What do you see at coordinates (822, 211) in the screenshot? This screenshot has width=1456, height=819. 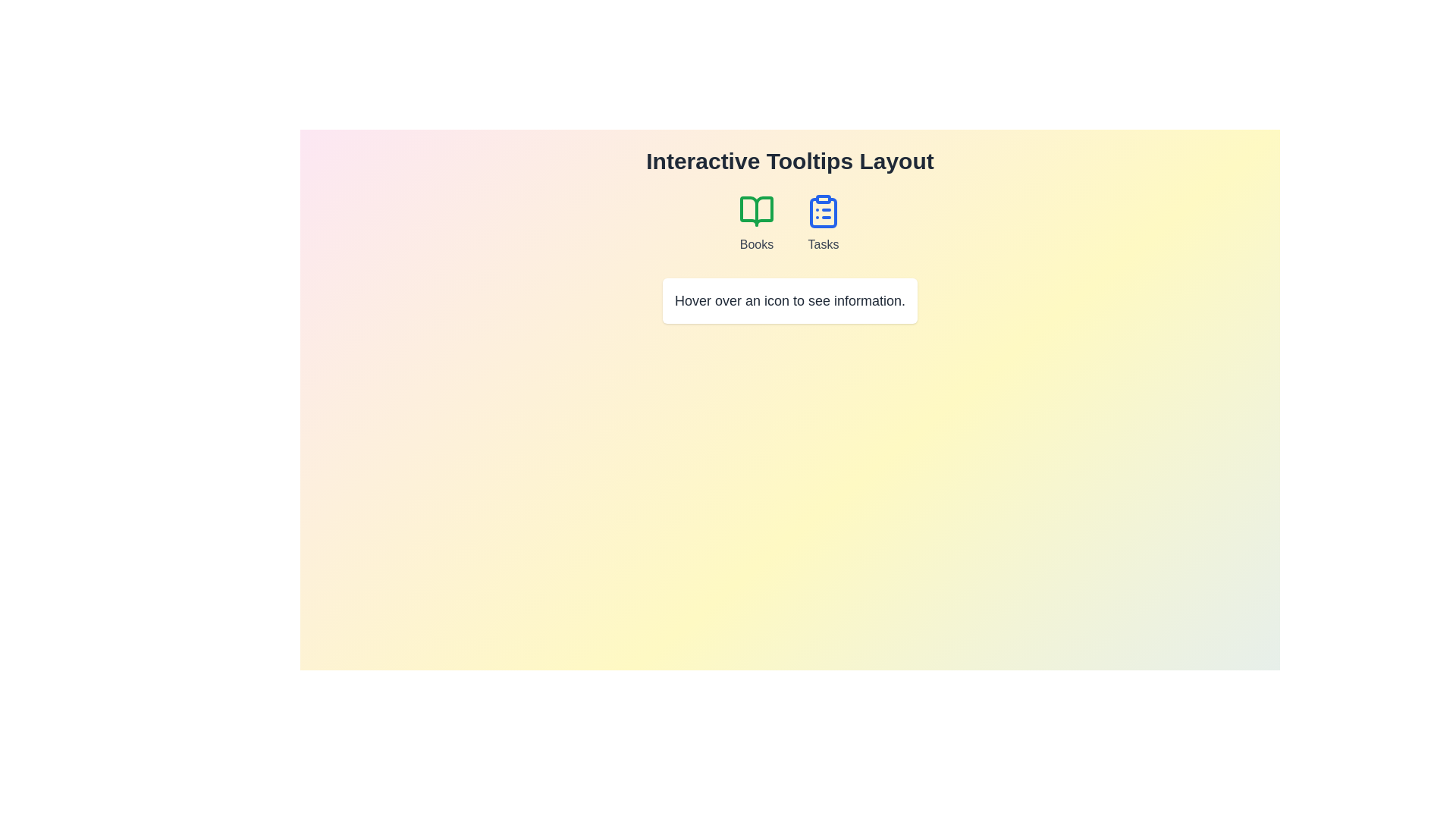 I see `the blue clipboard icon located in the upper center of the interface` at bounding box center [822, 211].